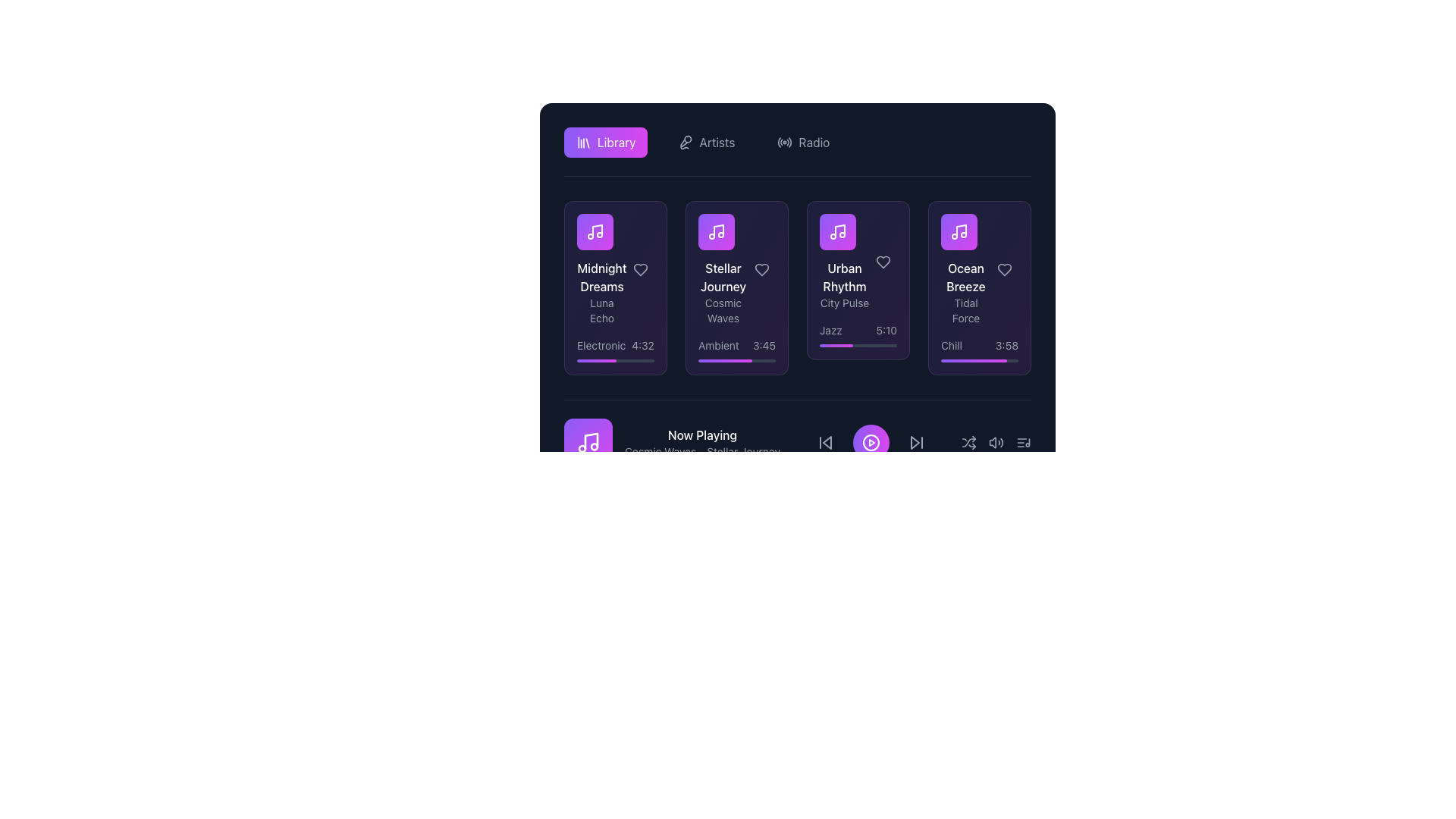 The width and height of the screenshot is (1456, 819). Describe the element at coordinates (979, 360) in the screenshot. I see `the progress bar located within the 'Ocean Breeze' media card, situated below the text 'Chill 3:58'` at that location.